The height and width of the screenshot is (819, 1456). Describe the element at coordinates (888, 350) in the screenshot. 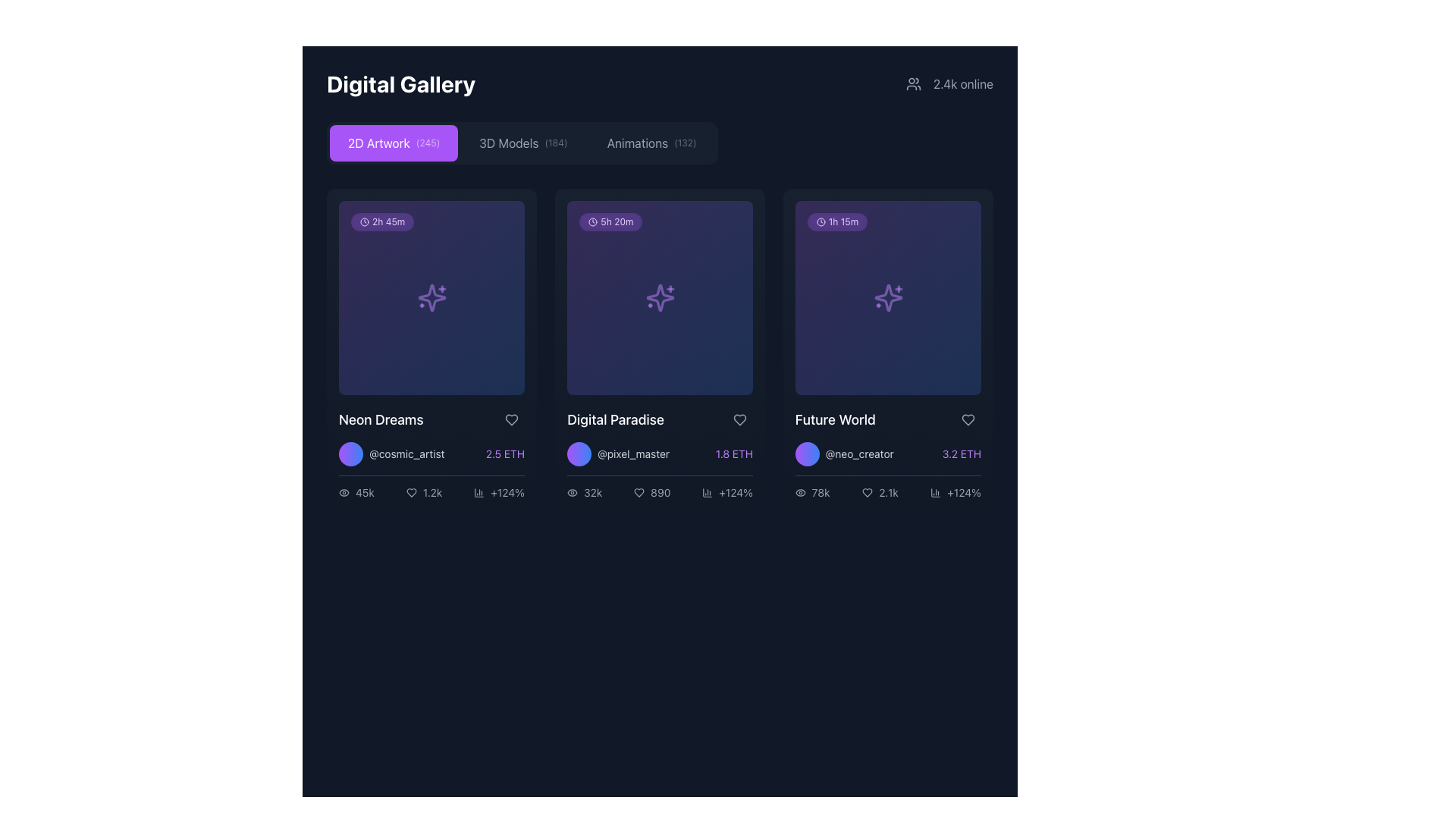

I see `the Interactive Card displaying 'Future World', which is the third card` at that location.